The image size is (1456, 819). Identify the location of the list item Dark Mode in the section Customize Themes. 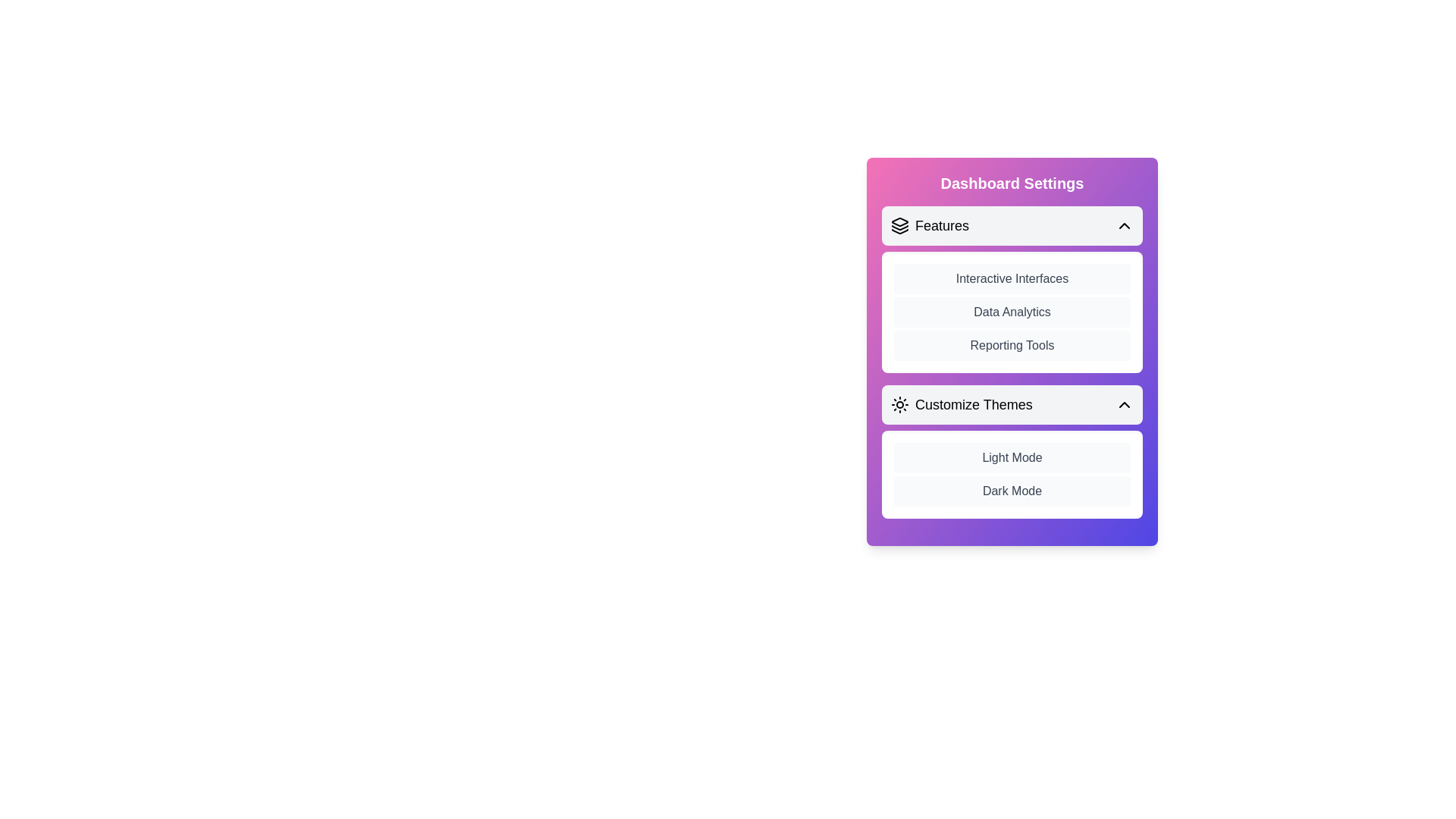
(1012, 491).